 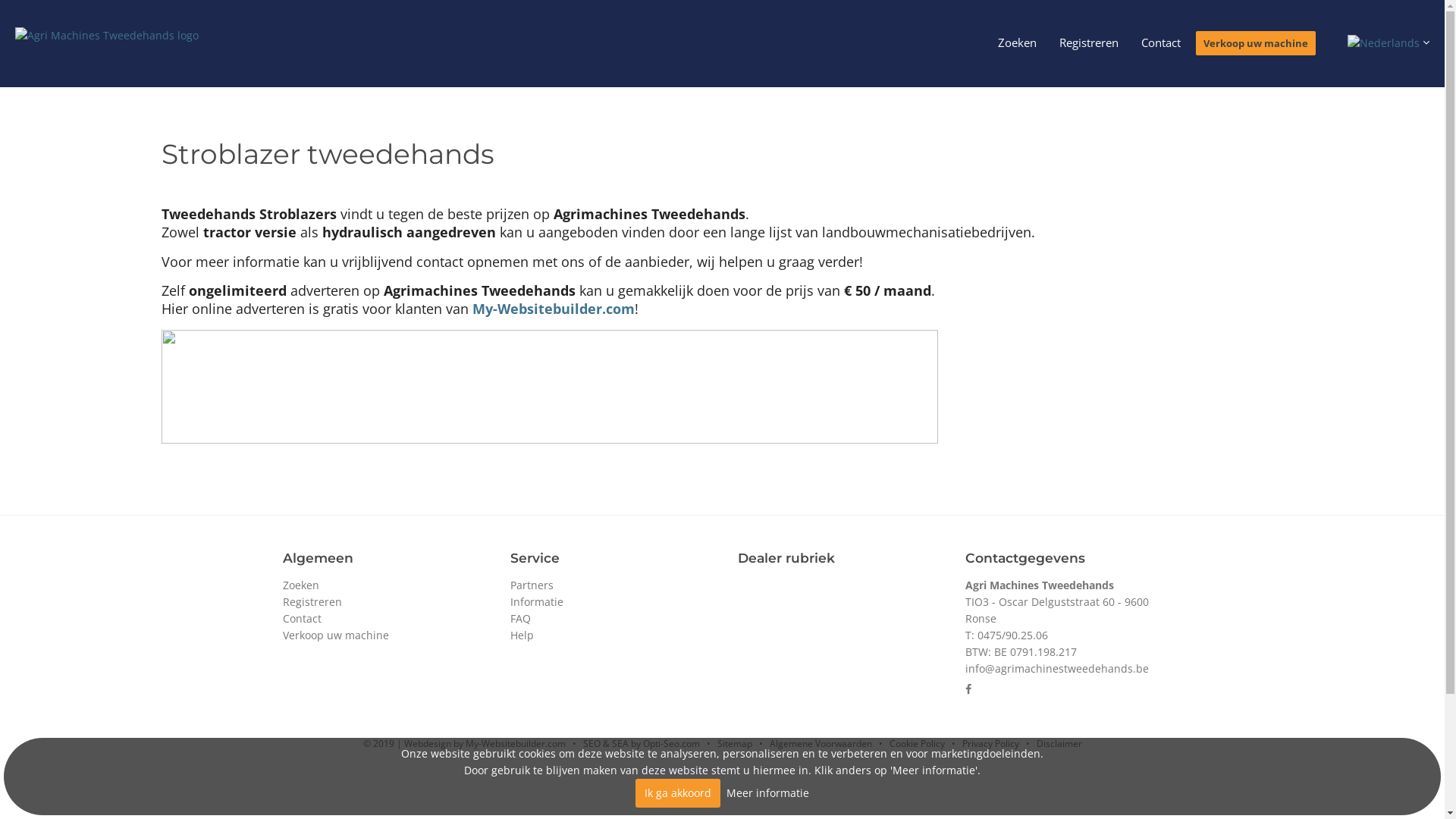 What do you see at coordinates (334, 635) in the screenshot?
I see `'Verkoop uw machine'` at bounding box center [334, 635].